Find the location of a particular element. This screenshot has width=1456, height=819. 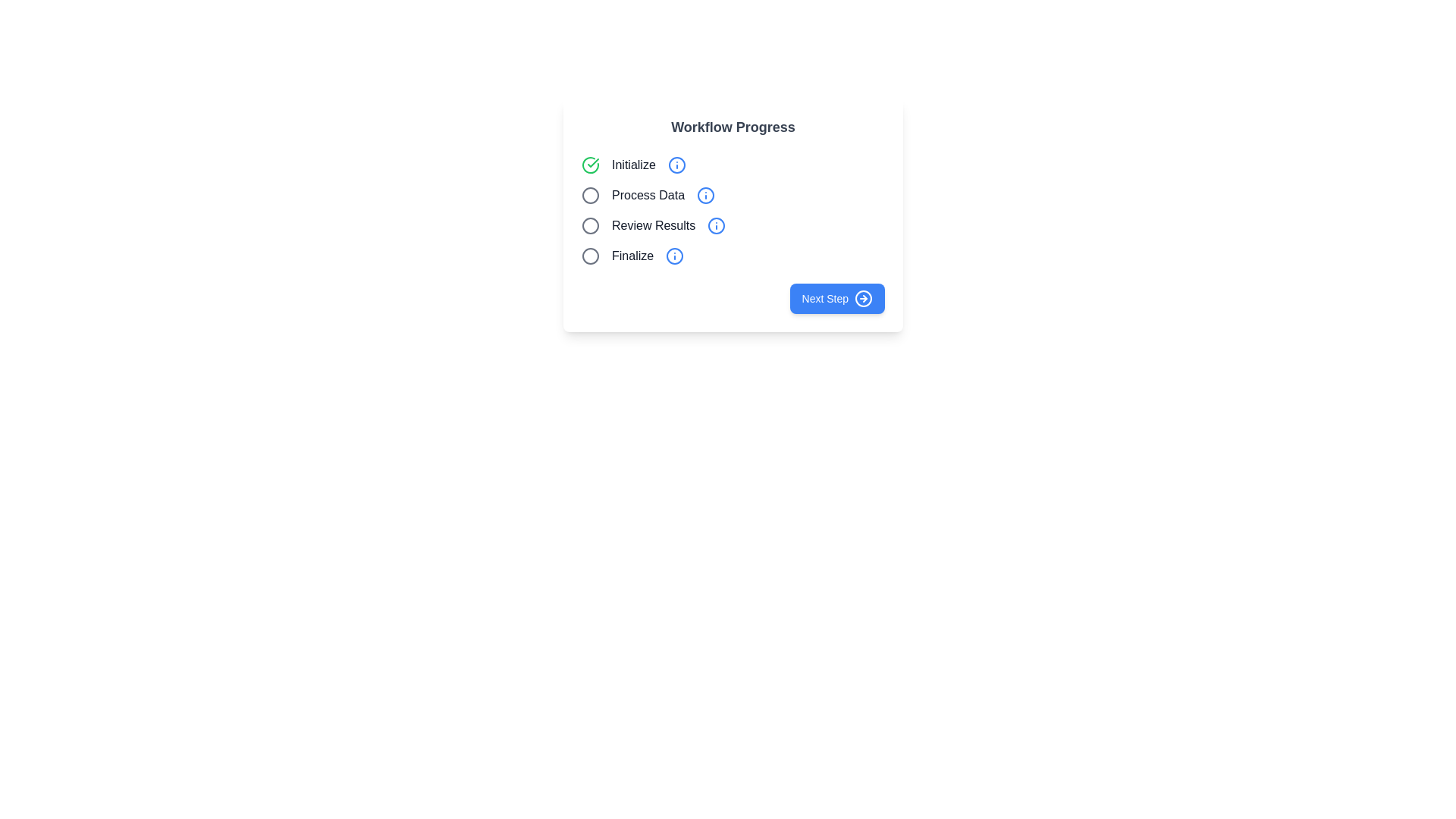

the 'Finalize' text label, which is the third item in a vertical list, positioned below 'Review Results' and above an additional information icon is located at coordinates (632, 256).